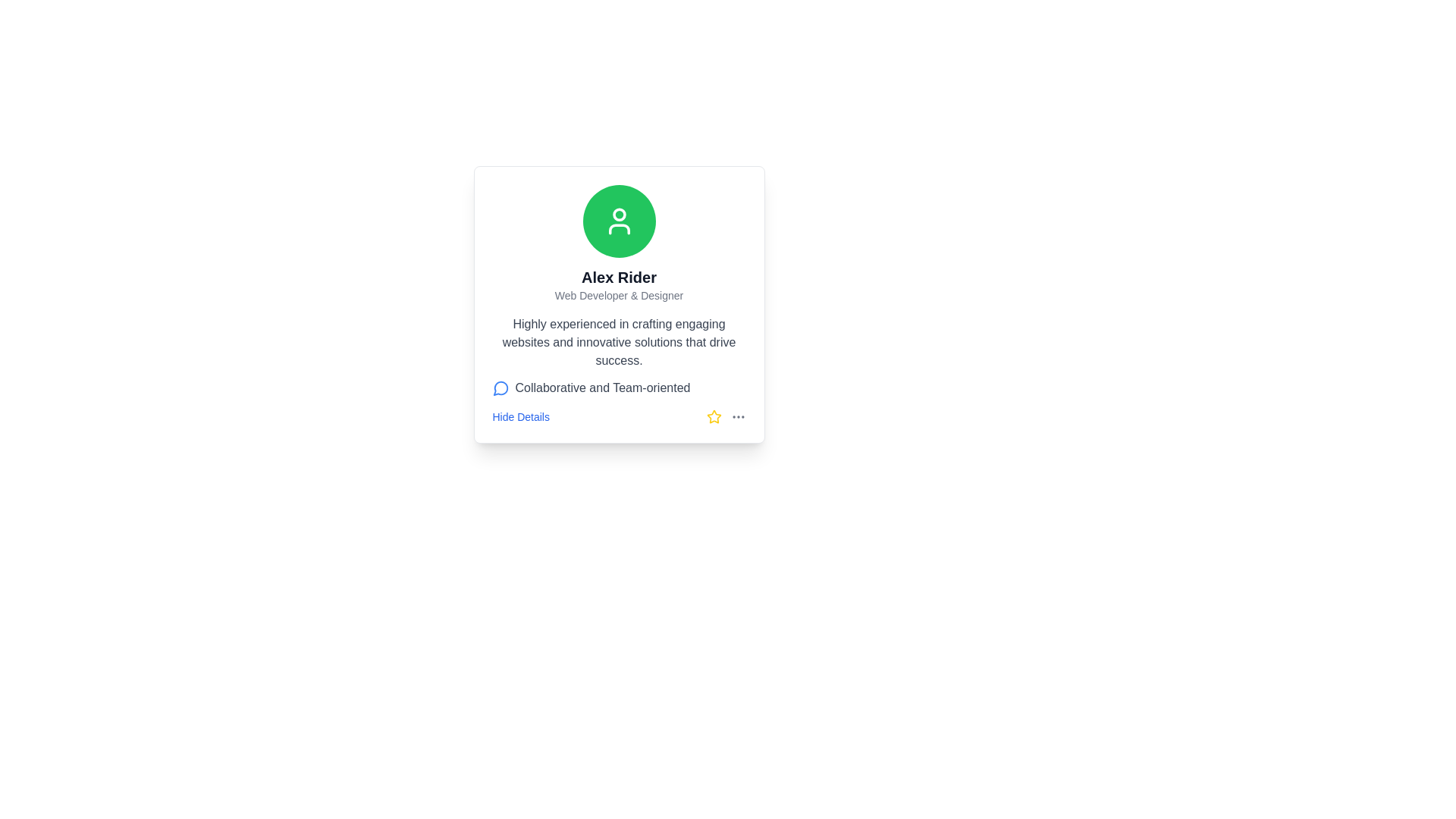 The image size is (1456, 819). Describe the element at coordinates (521, 417) in the screenshot. I see `the blue-colored text link labeled 'Hide Details' to trigger the underline effect` at that location.